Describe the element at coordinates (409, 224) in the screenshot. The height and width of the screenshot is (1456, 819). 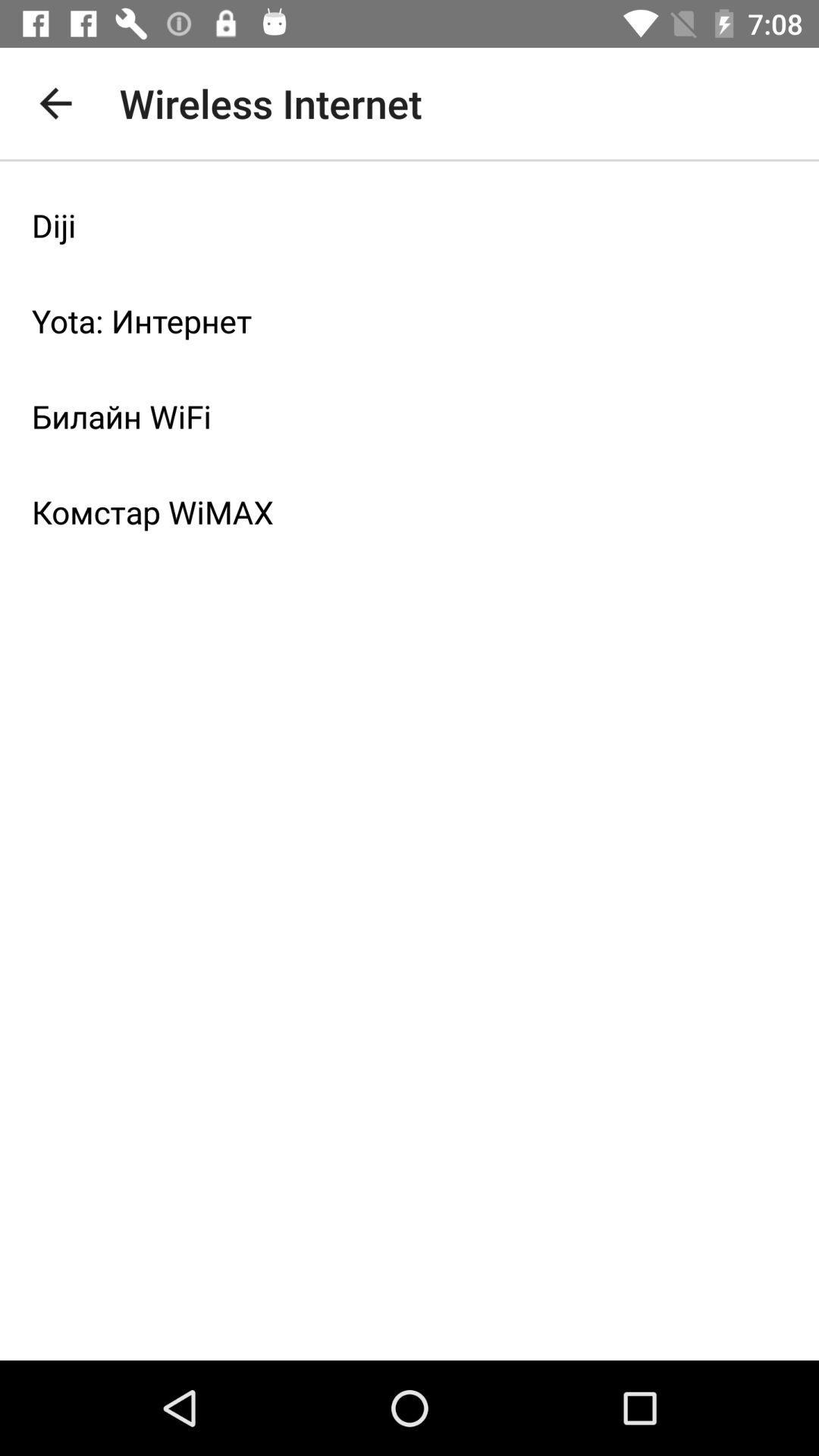
I see `diji icon` at that location.